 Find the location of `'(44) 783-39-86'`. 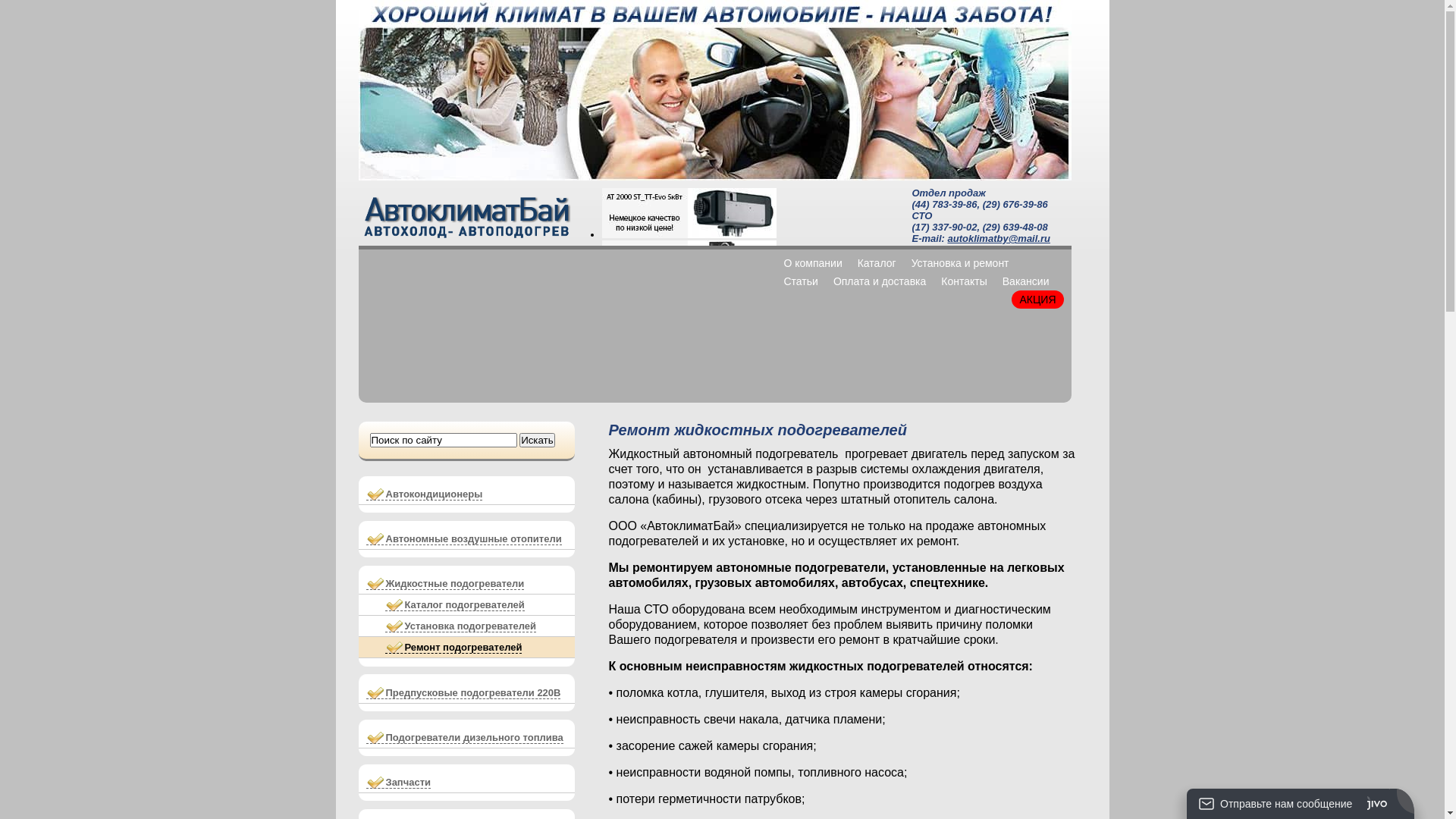

'(44) 783-39-86' is located at coordinates (943, 203).